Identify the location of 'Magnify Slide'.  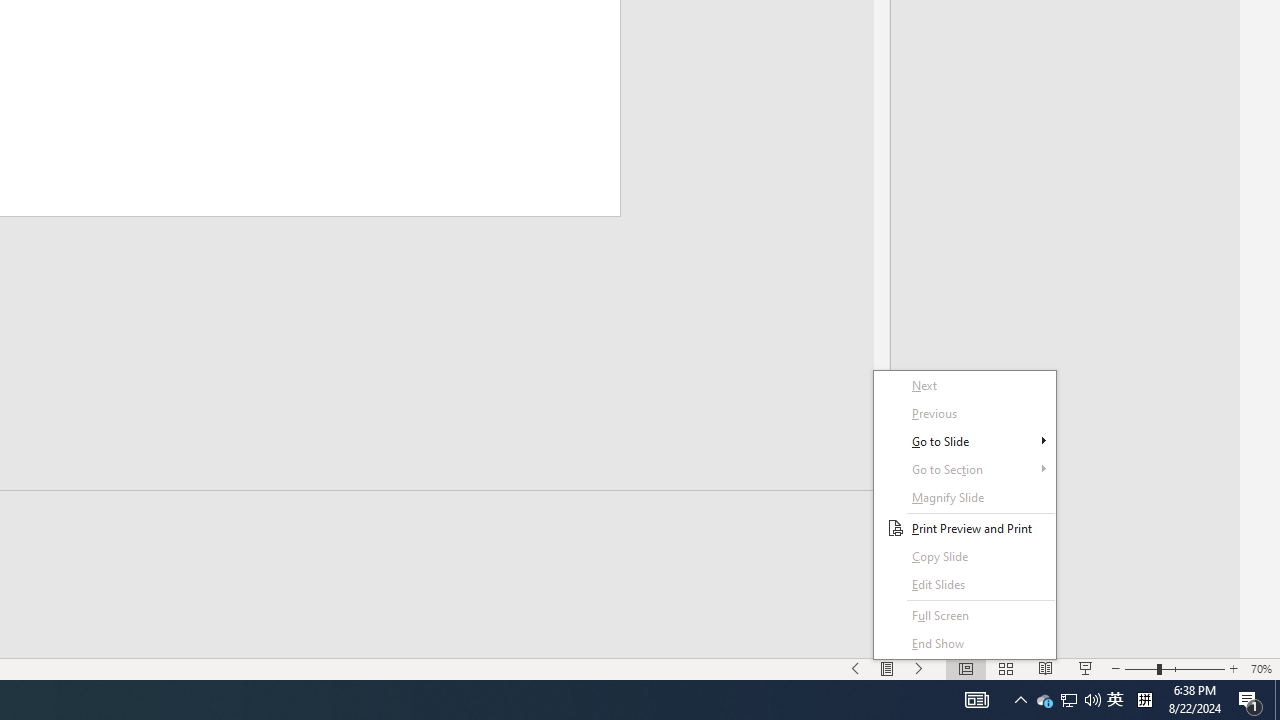
(965, 496).